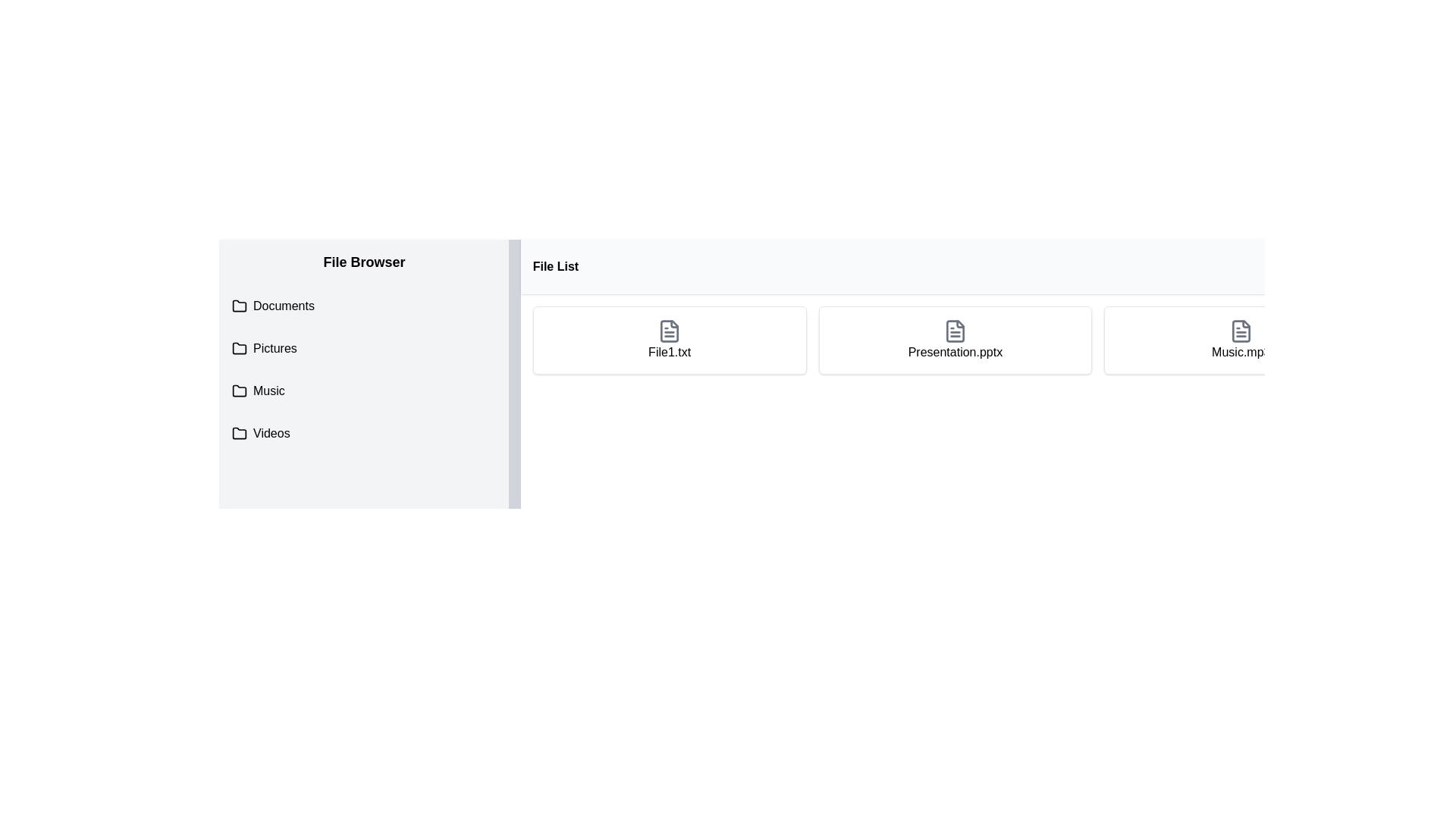  Describe the element at coordinates (268, 391) in the screenshot. I see `the 'Music' text label` at that location.